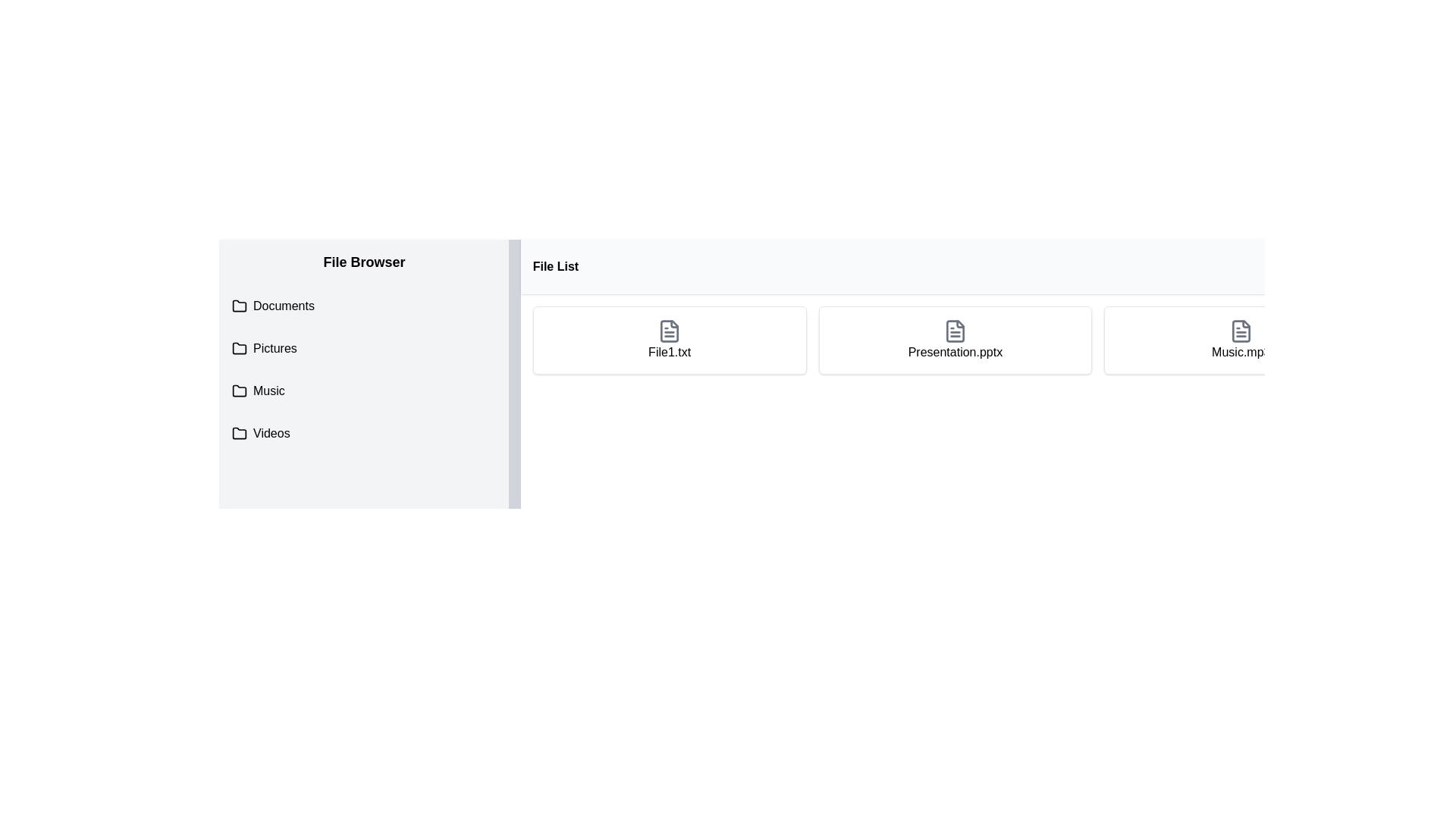  Describe the element at coordinates (268, 391) in the screenshot. I see `the 'Music' text label` at that location.